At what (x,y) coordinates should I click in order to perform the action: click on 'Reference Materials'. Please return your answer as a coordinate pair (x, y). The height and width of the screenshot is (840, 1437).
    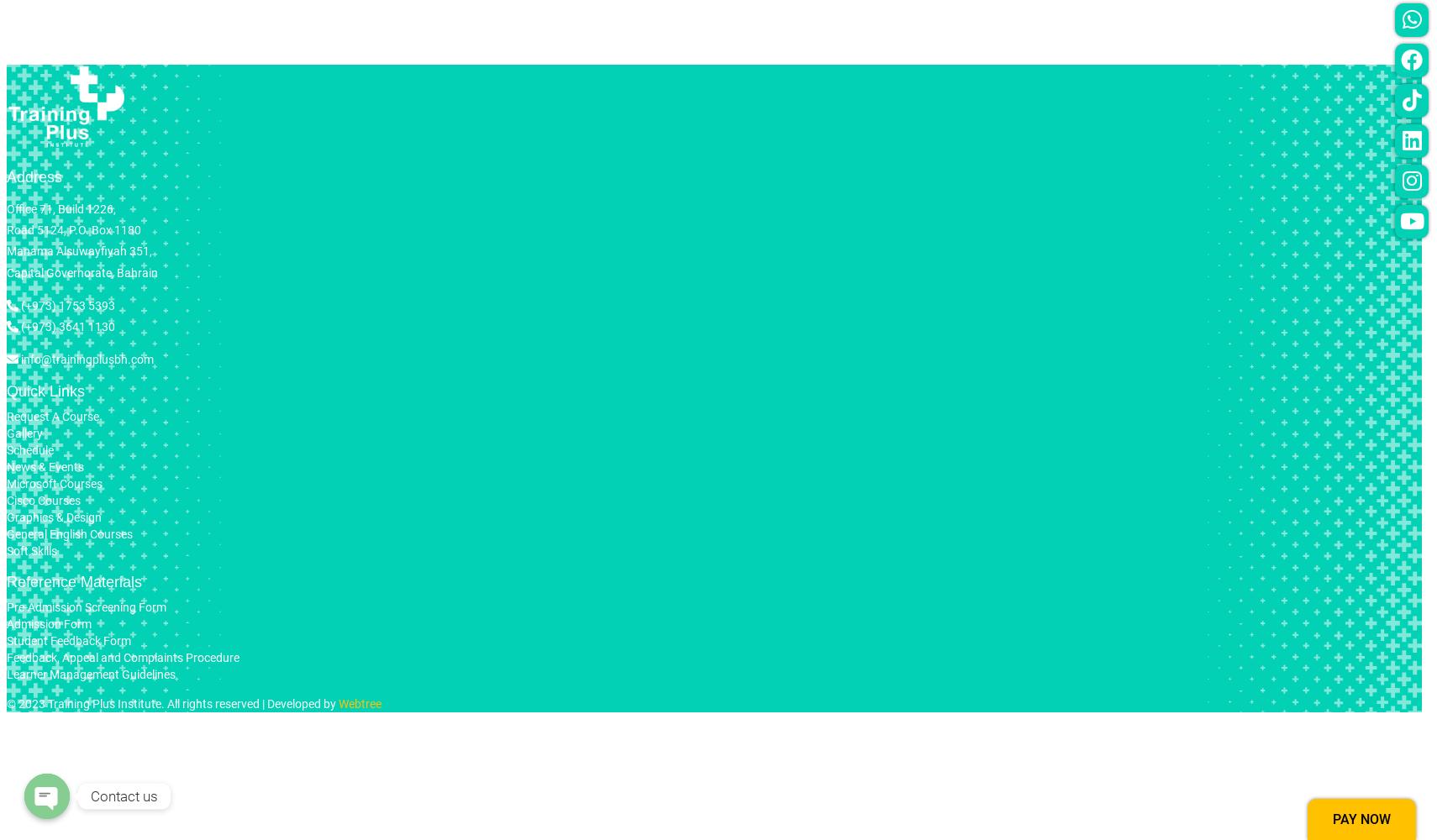
    Looking at the image, I should click on (73, 581).